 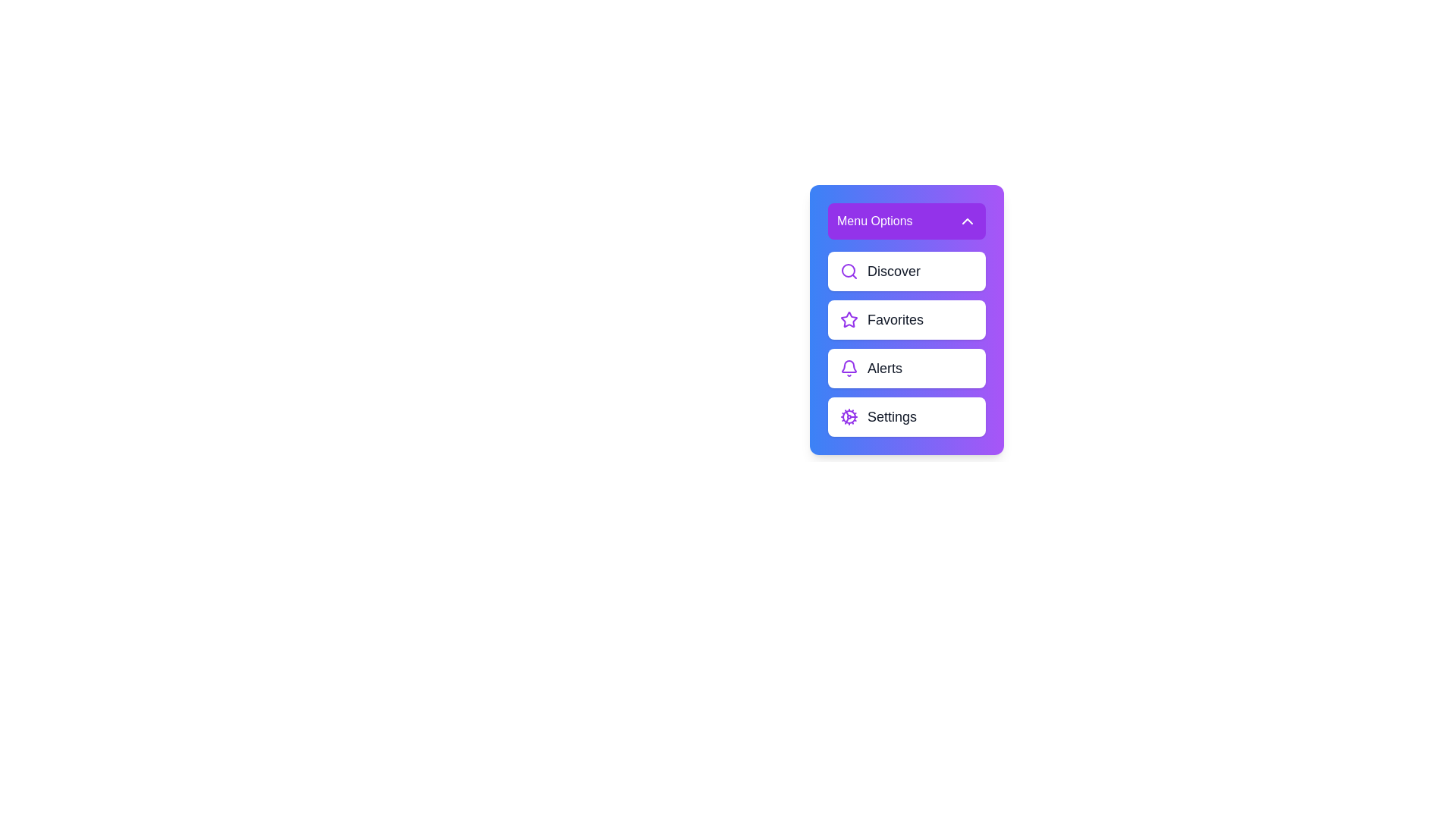 What do you see at coordinates (906, 318) in the screenshot?
I see `the 'Favorites' button, which is a rectangular button with a purple star icon and a bold label, located in a vertical menu between 'Discover' and 'Alerts'` at bounding box center [906, 318].